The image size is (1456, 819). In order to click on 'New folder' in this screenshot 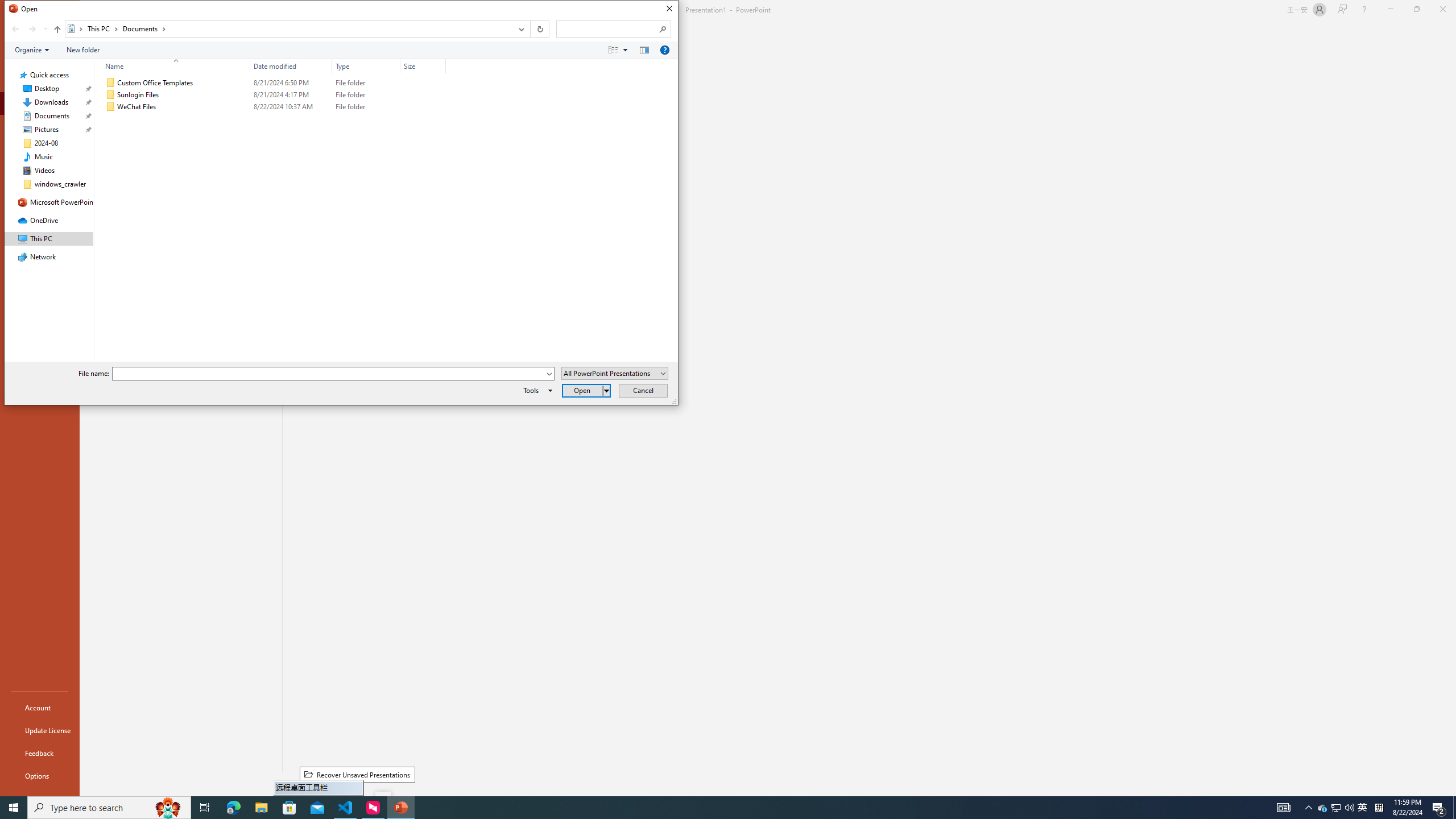, I will do `click(82, 49)`.